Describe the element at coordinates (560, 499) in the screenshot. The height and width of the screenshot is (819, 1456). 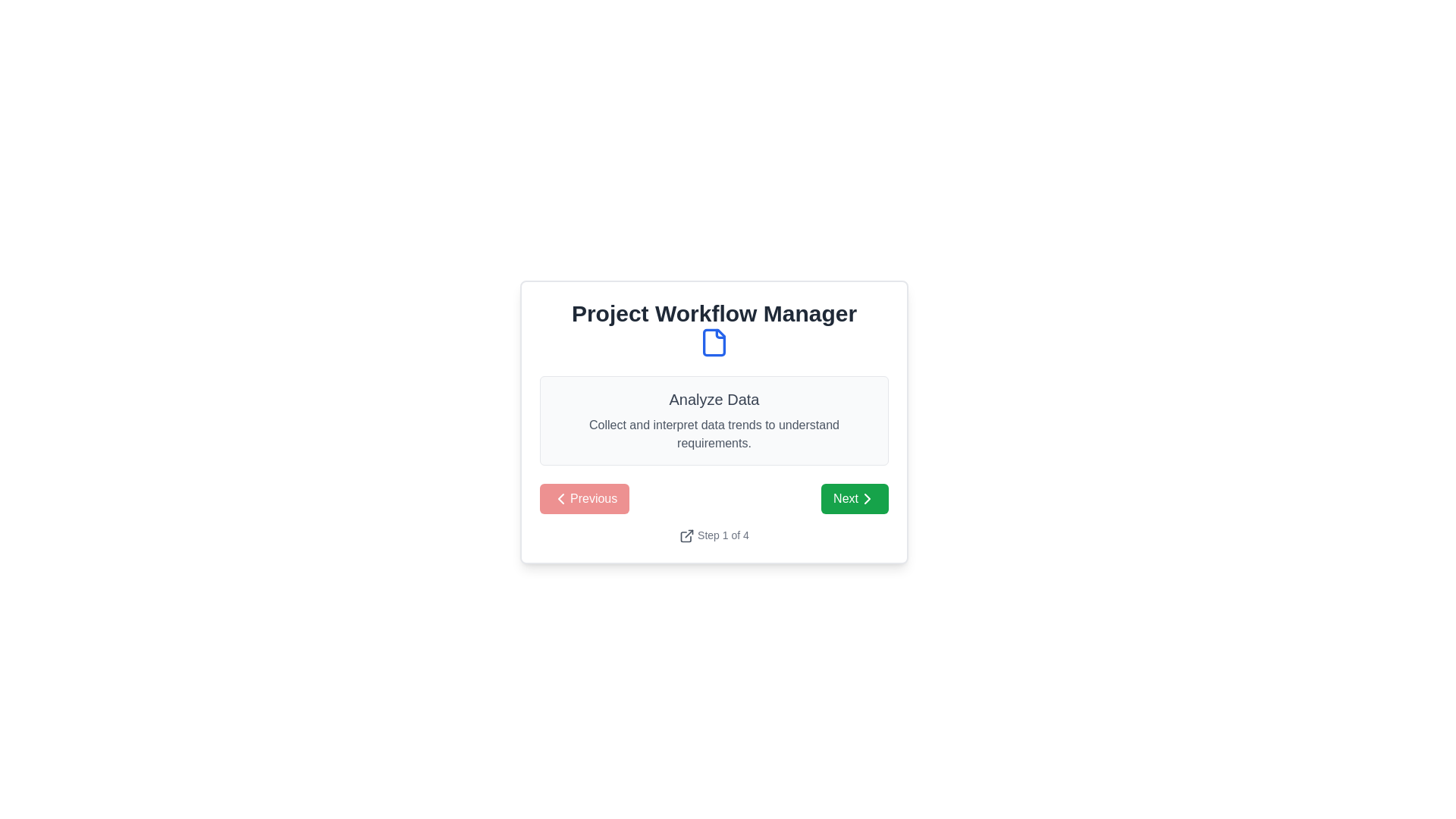
I see `the chevron icon located at the leftmost part of the 'Previous' button` at that location.